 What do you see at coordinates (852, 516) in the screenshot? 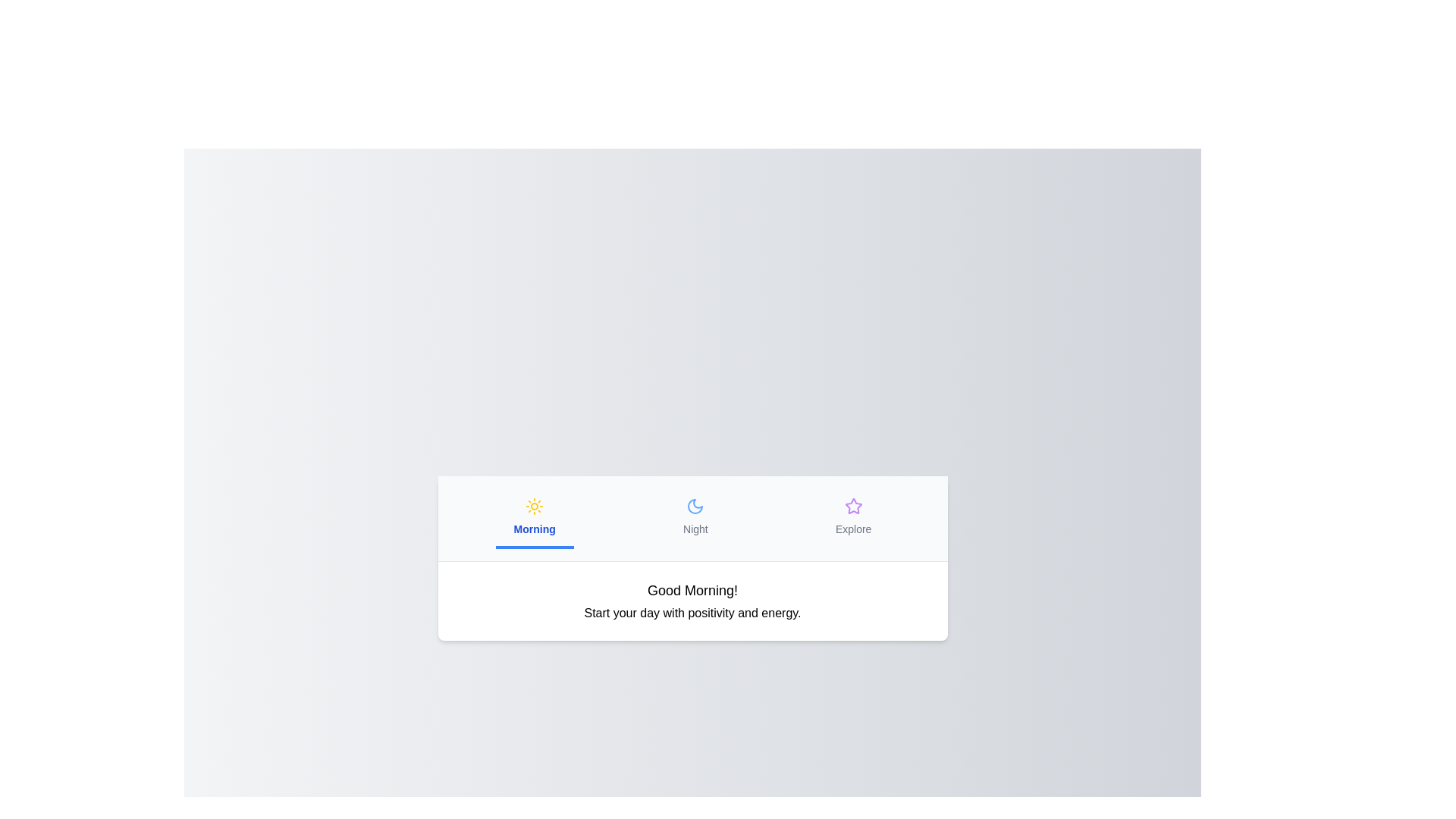
I see `the Explore tab by clicking on it` at bounding box center [852, 516].